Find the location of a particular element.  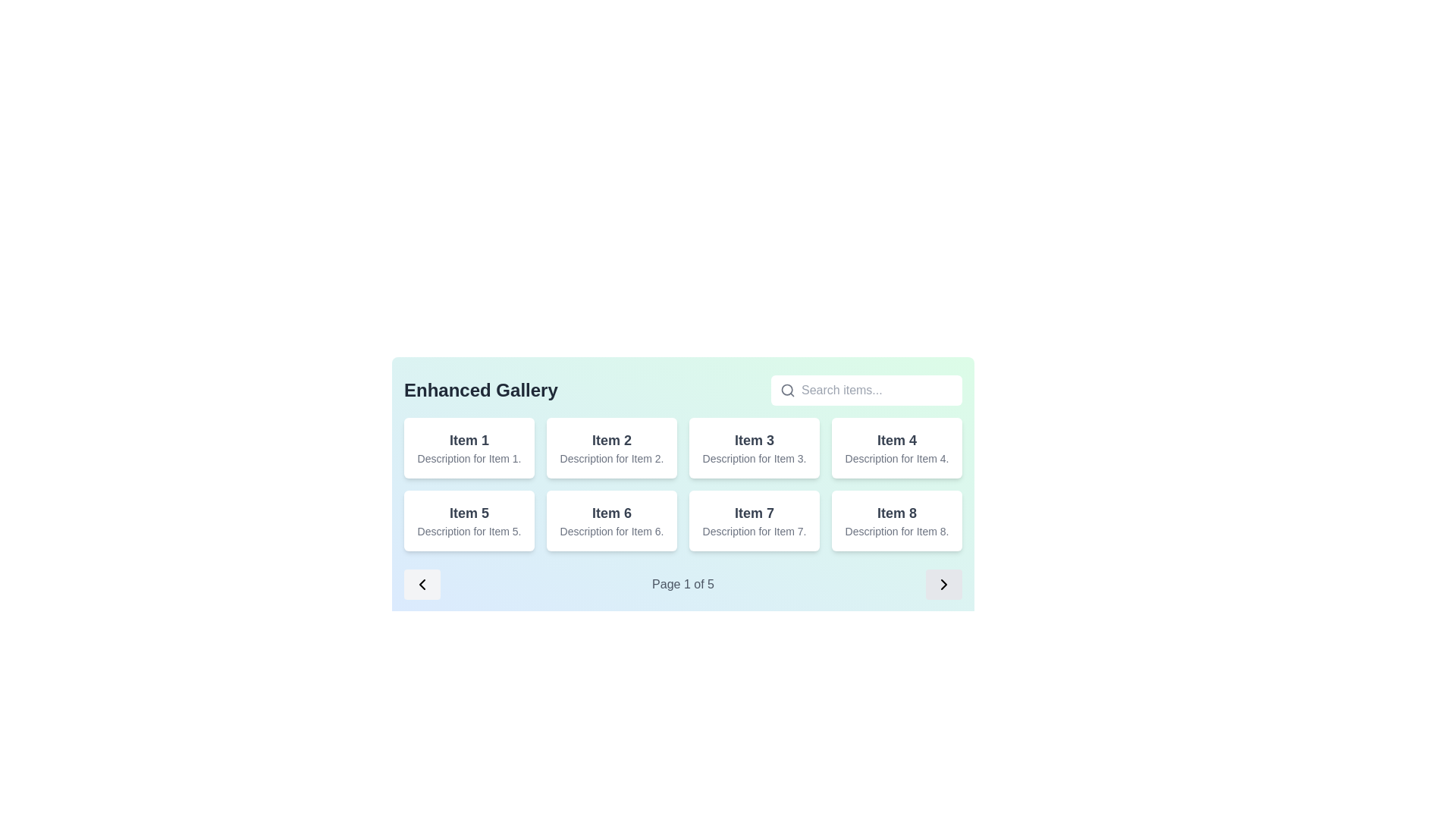

the text label 'Item 6' which is styled with a bold font and dark gray color, located within the sixth card of the grid layout, positioned in the second row and second column is located at coordinates (611, 513).